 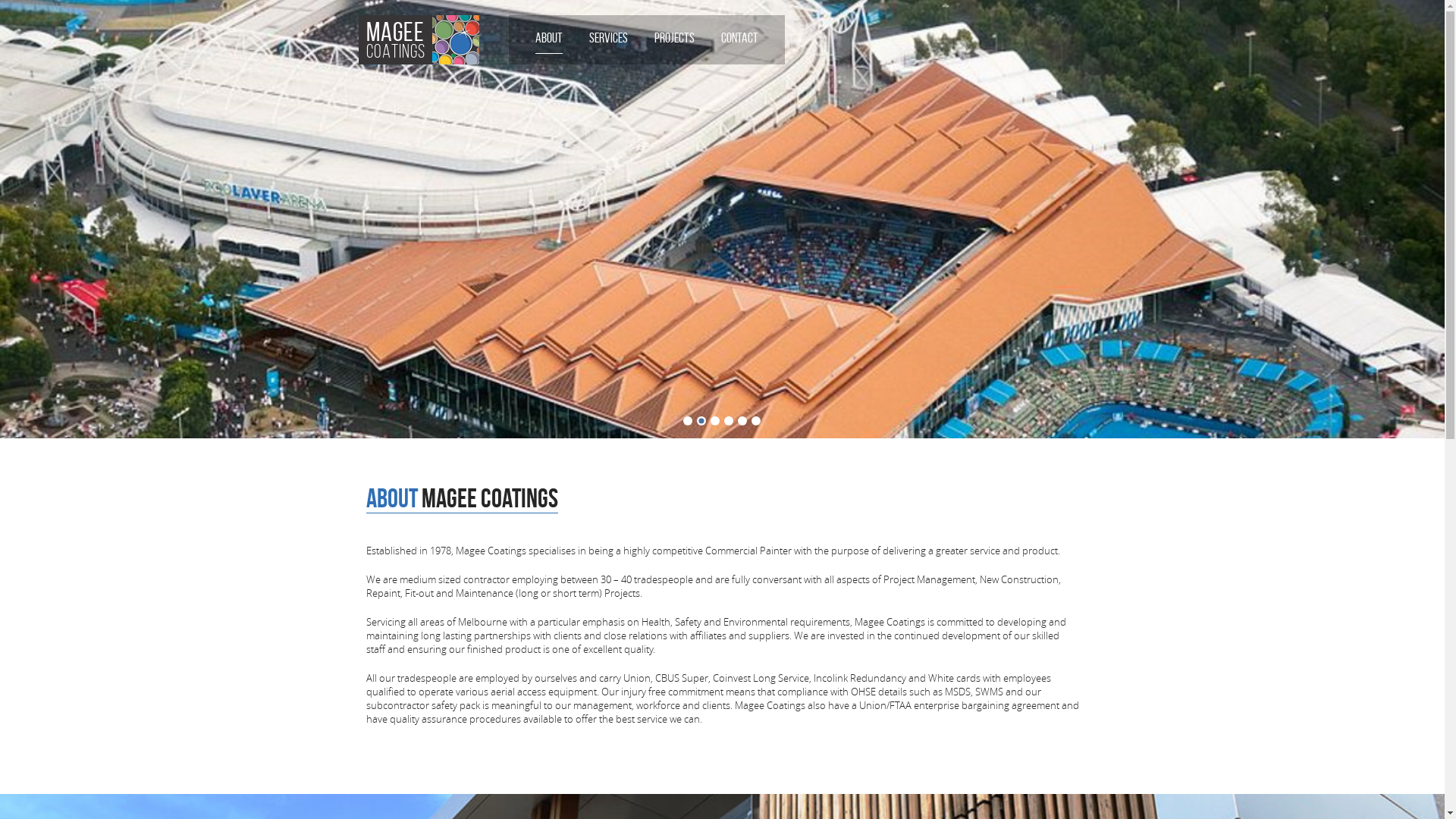 What do you see at coordinates (739, 37) in the screenshot?
I see `'CONTACT'` at bounding box center [739, 37].